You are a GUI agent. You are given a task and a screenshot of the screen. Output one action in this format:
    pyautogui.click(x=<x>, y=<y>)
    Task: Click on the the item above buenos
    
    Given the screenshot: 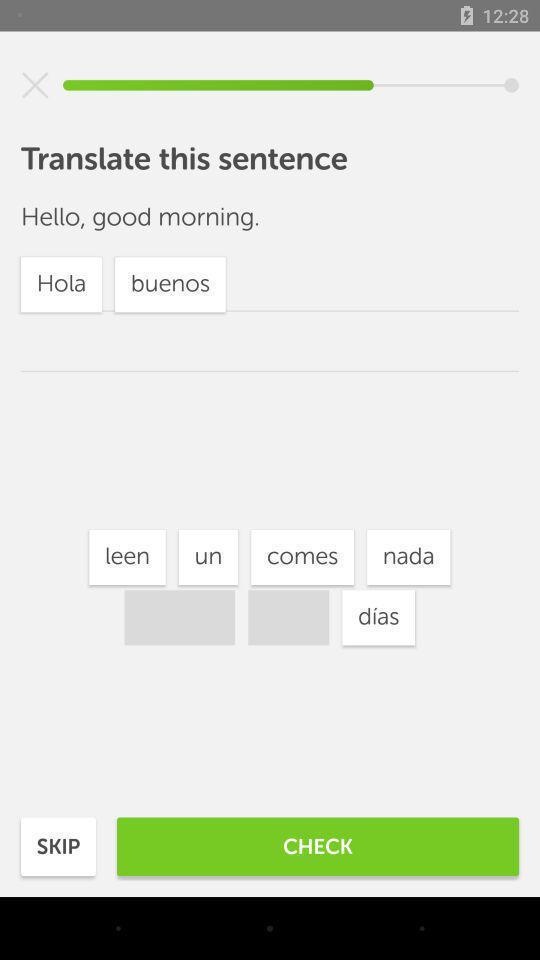 What is the action you would take?
    pyautogui.click(x=127, y=557)
    